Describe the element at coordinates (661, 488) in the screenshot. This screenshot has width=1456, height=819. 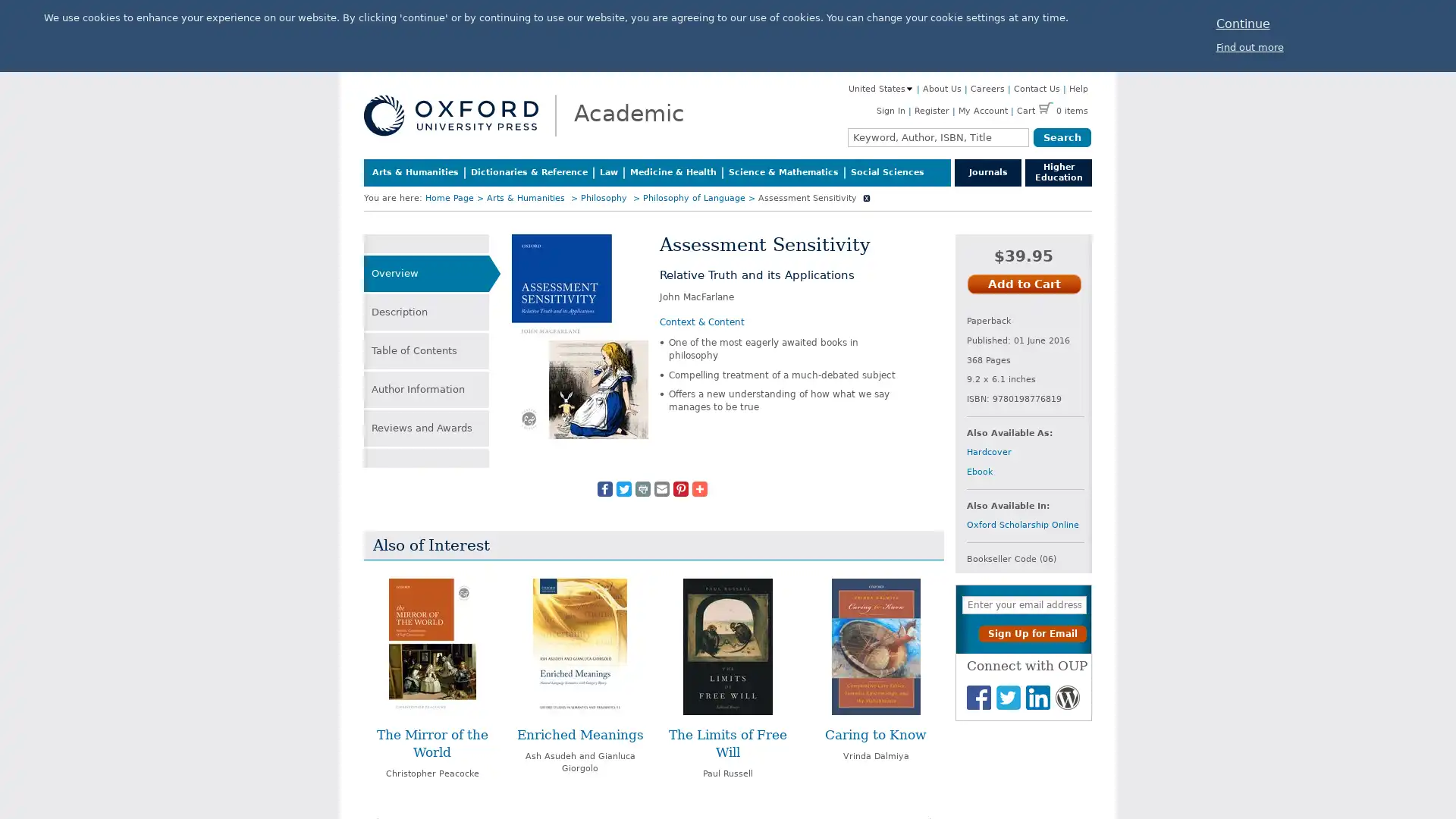
I see `Share to Email` at that location.